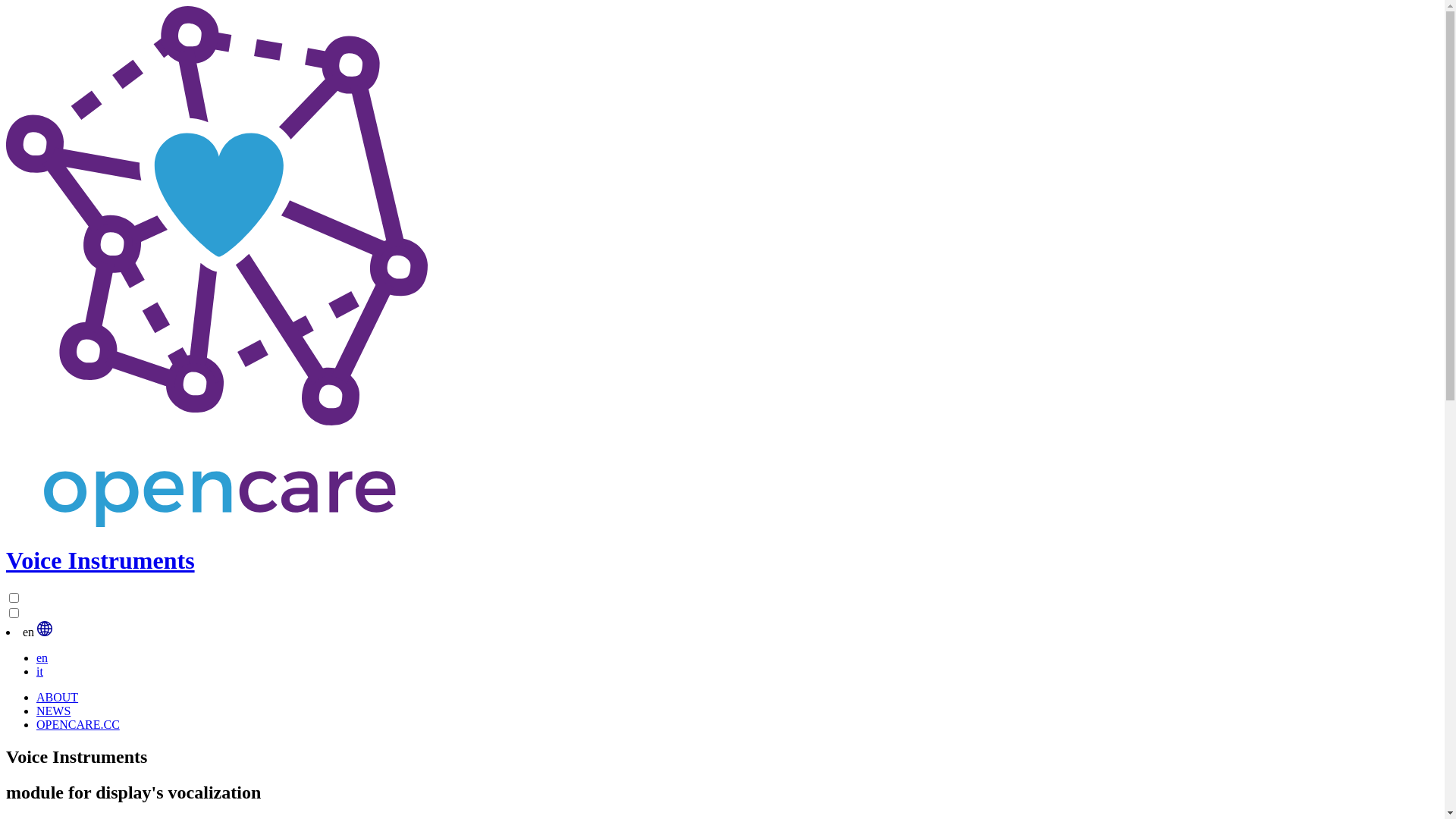 This screenshot has height=819, width=1456. What do you see at coordinates (77, 723) in the screenshot?
I see `'OPENCARE.CC'` at bounding box center [77, 723].